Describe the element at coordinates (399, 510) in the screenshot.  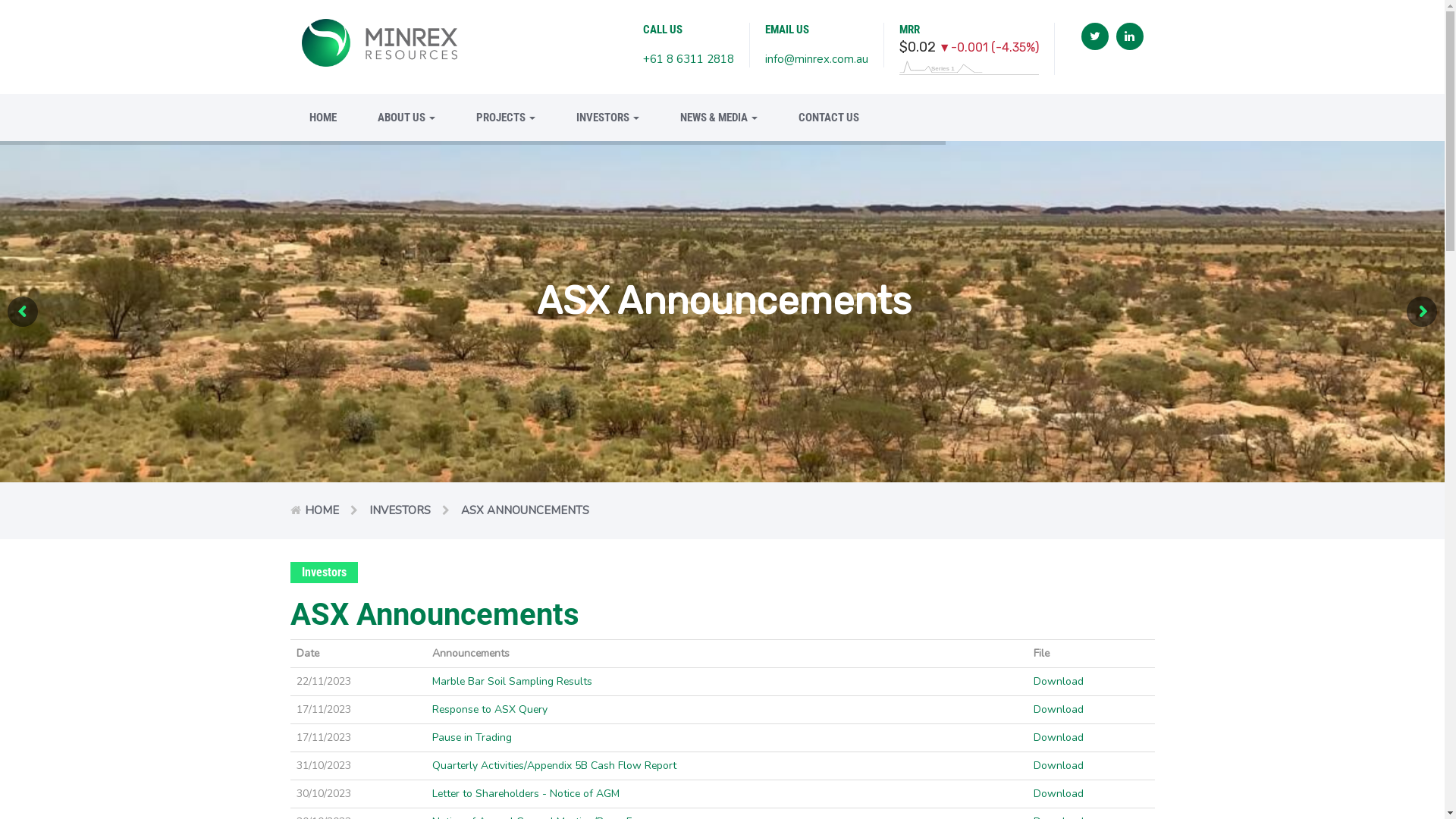
I see `'INVESTORS'` at that location.